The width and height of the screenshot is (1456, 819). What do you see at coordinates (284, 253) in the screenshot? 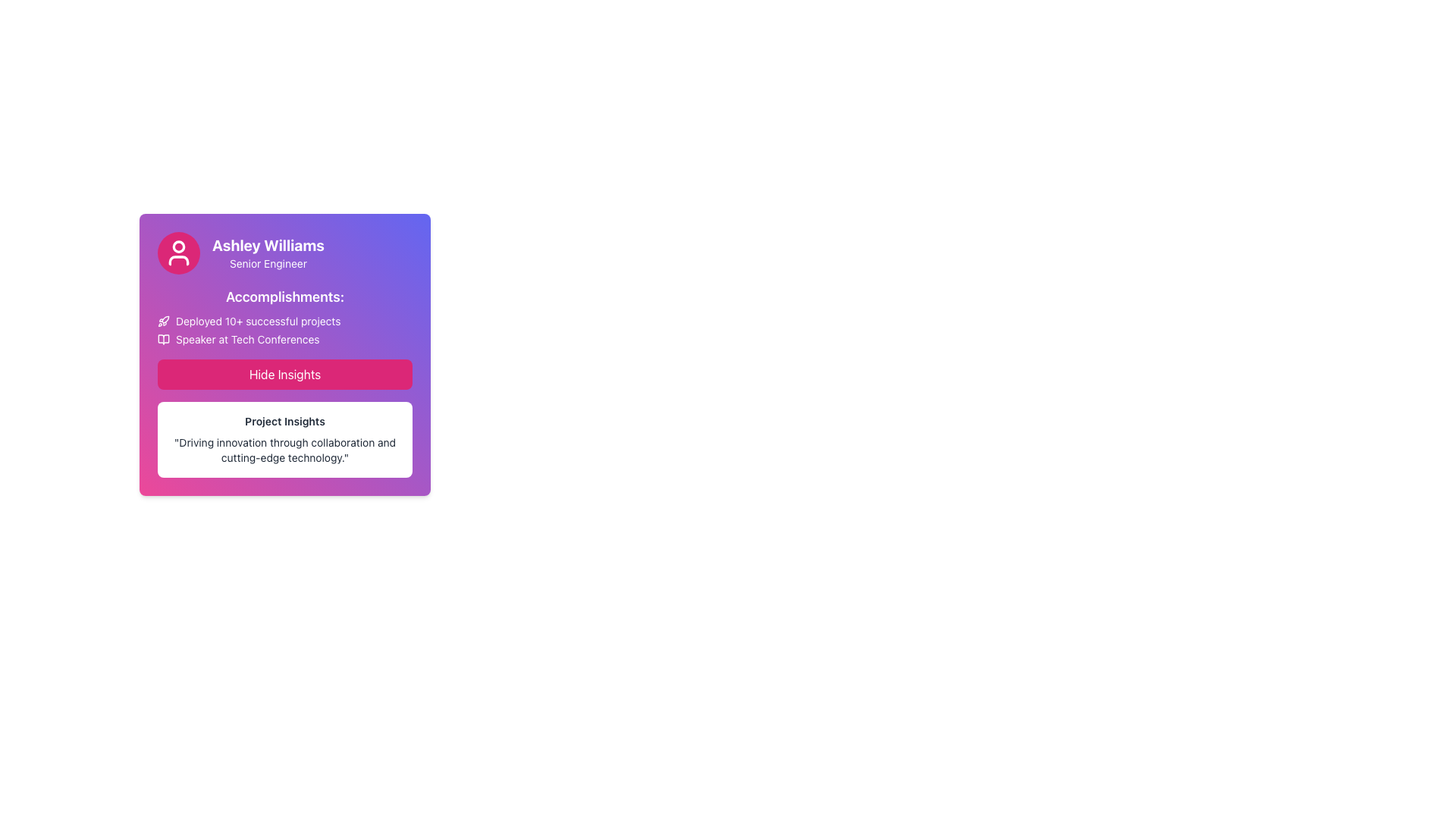
I see `text displayed in the Text and Icon Section of the profile card, located under the pink user icon and above the 'Accomplishments' heading` at bounding box center [284, 253].